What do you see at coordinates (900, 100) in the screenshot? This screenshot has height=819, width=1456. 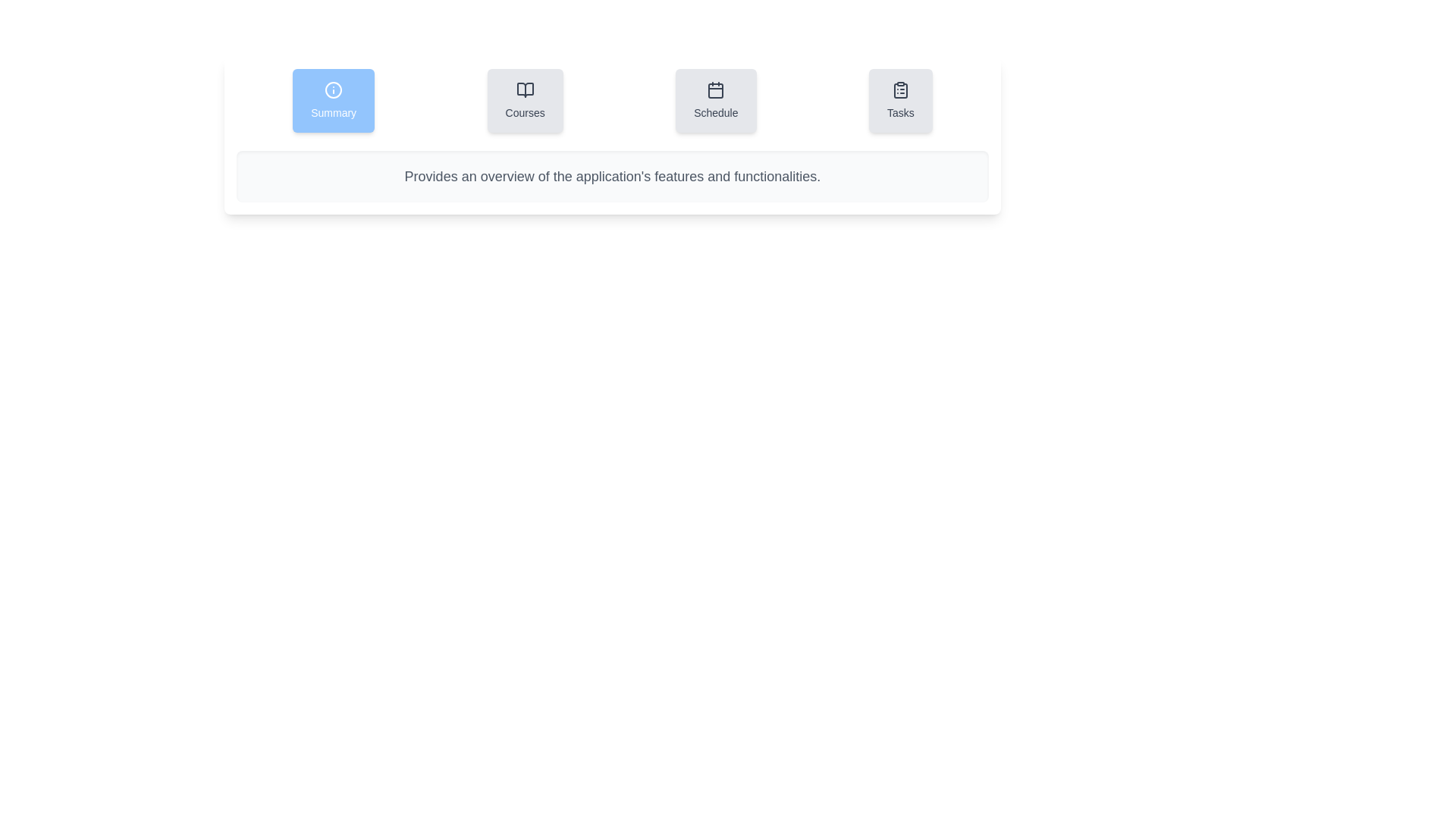 I see `the Tasks tab by clicking on it` at bounding box center [900, 100].